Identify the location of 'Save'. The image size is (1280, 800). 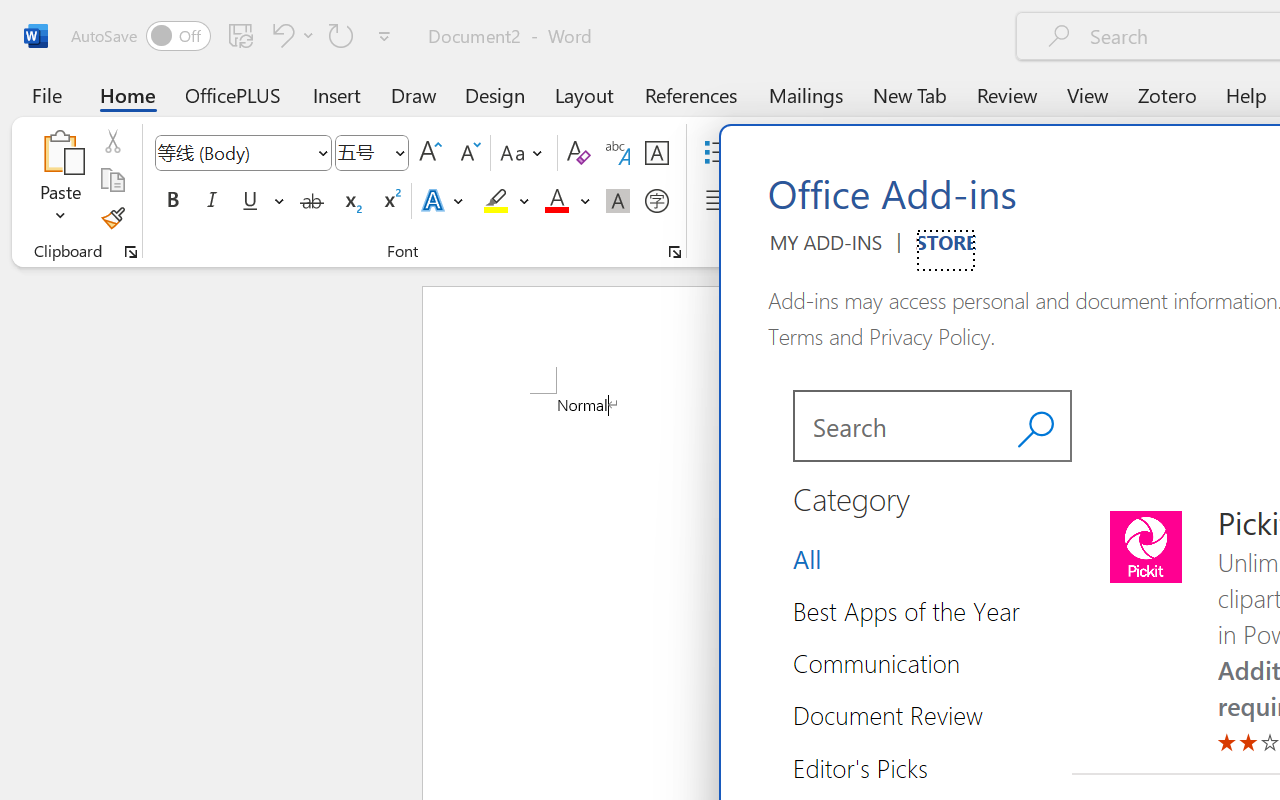
(240, 34).